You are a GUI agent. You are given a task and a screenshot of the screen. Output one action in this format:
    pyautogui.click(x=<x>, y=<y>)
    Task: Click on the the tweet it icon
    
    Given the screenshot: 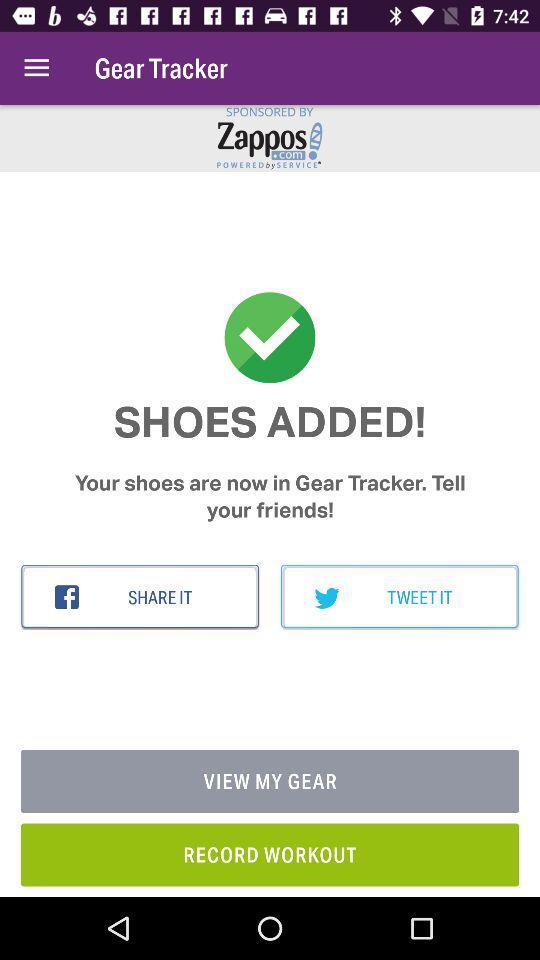 What is the action you would take?
    pyautogui.click(x=399, y=597)
    